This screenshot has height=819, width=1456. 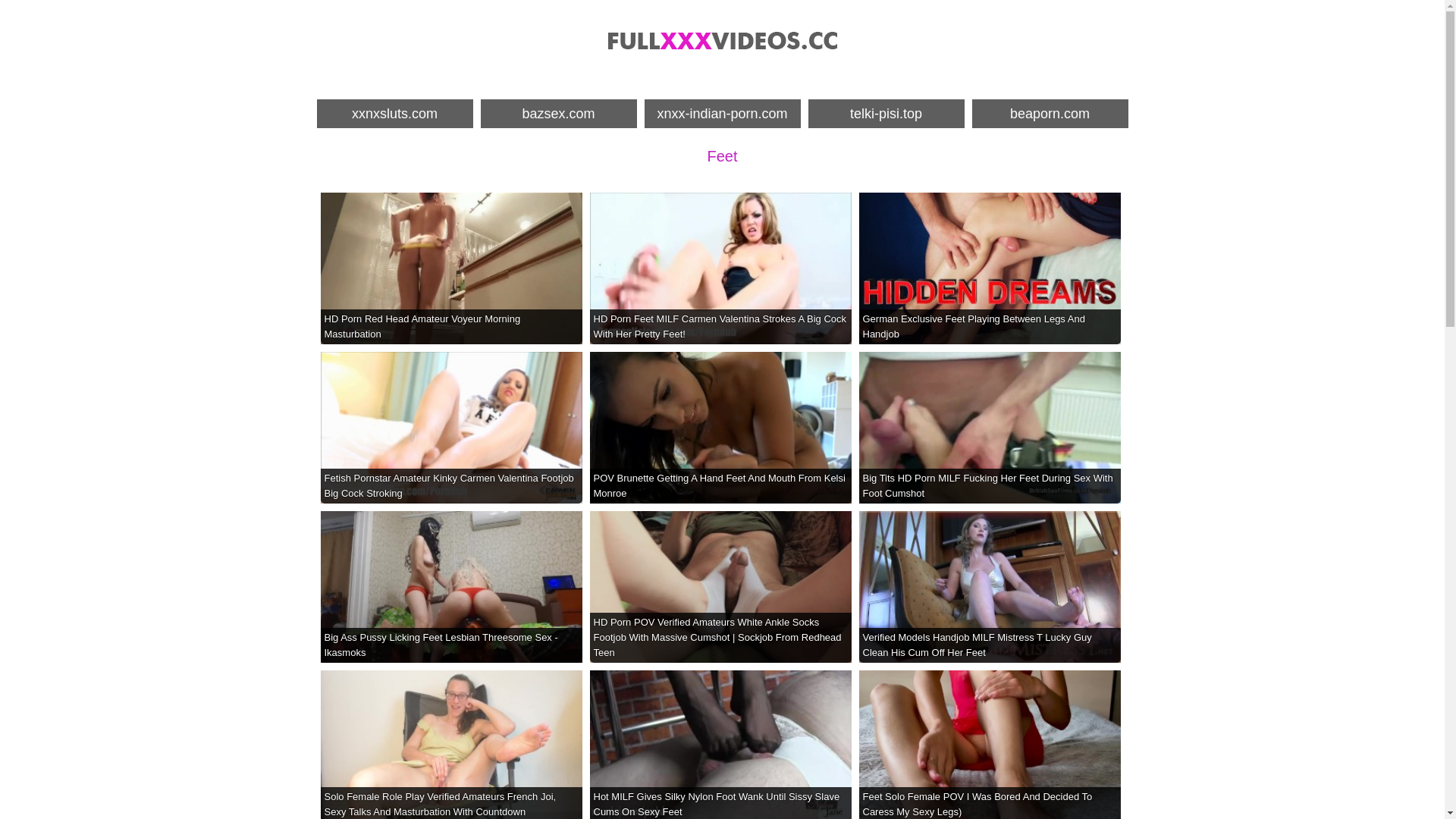 I want to click on 'bazsex.com', so click(x=558, y=113).